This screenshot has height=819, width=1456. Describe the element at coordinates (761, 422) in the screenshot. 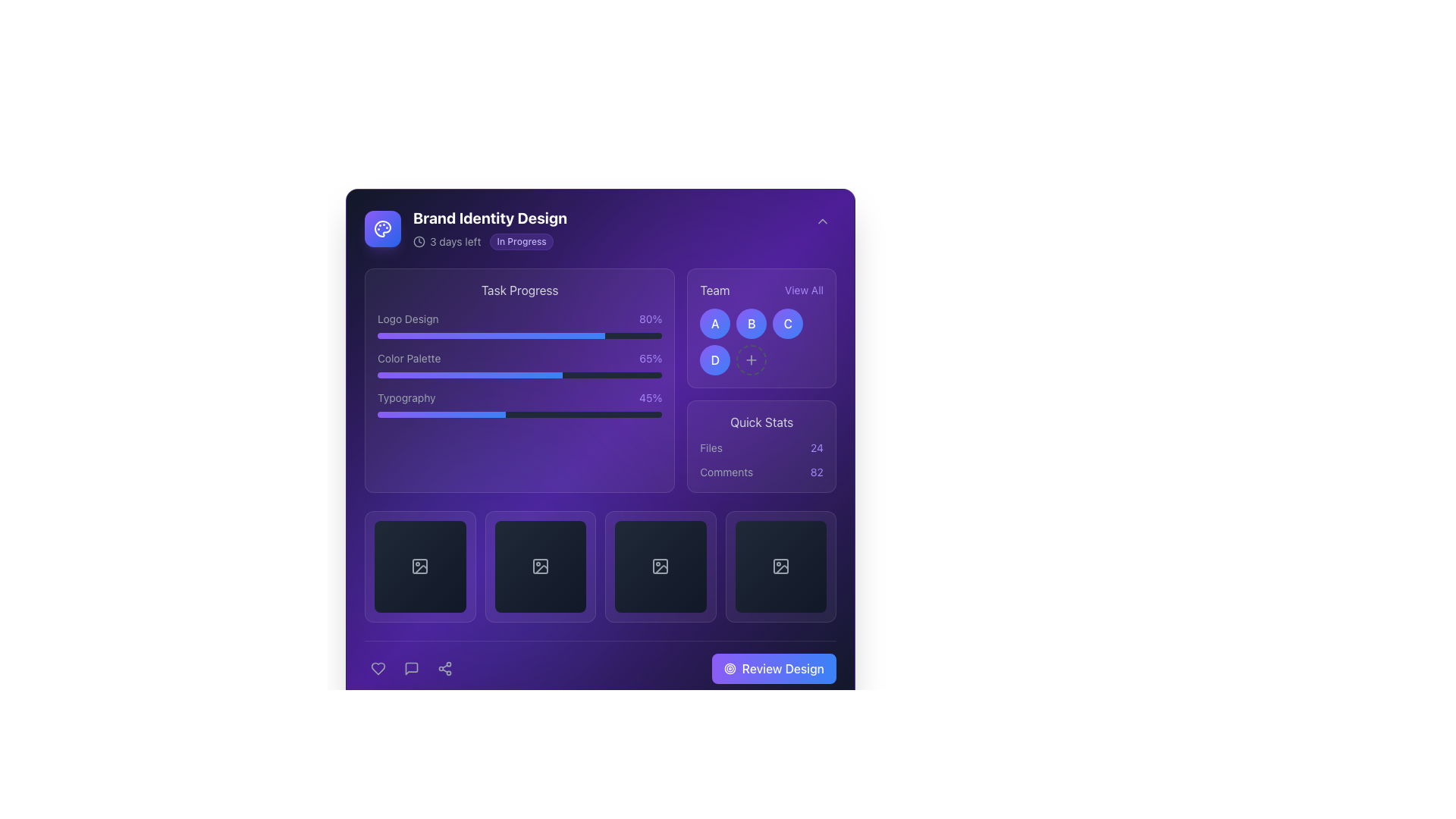

I see `text label titled 'Quick Stats' which is displayed in light gray font against a dark purple background, located in the top-right section of the panel` at that location.